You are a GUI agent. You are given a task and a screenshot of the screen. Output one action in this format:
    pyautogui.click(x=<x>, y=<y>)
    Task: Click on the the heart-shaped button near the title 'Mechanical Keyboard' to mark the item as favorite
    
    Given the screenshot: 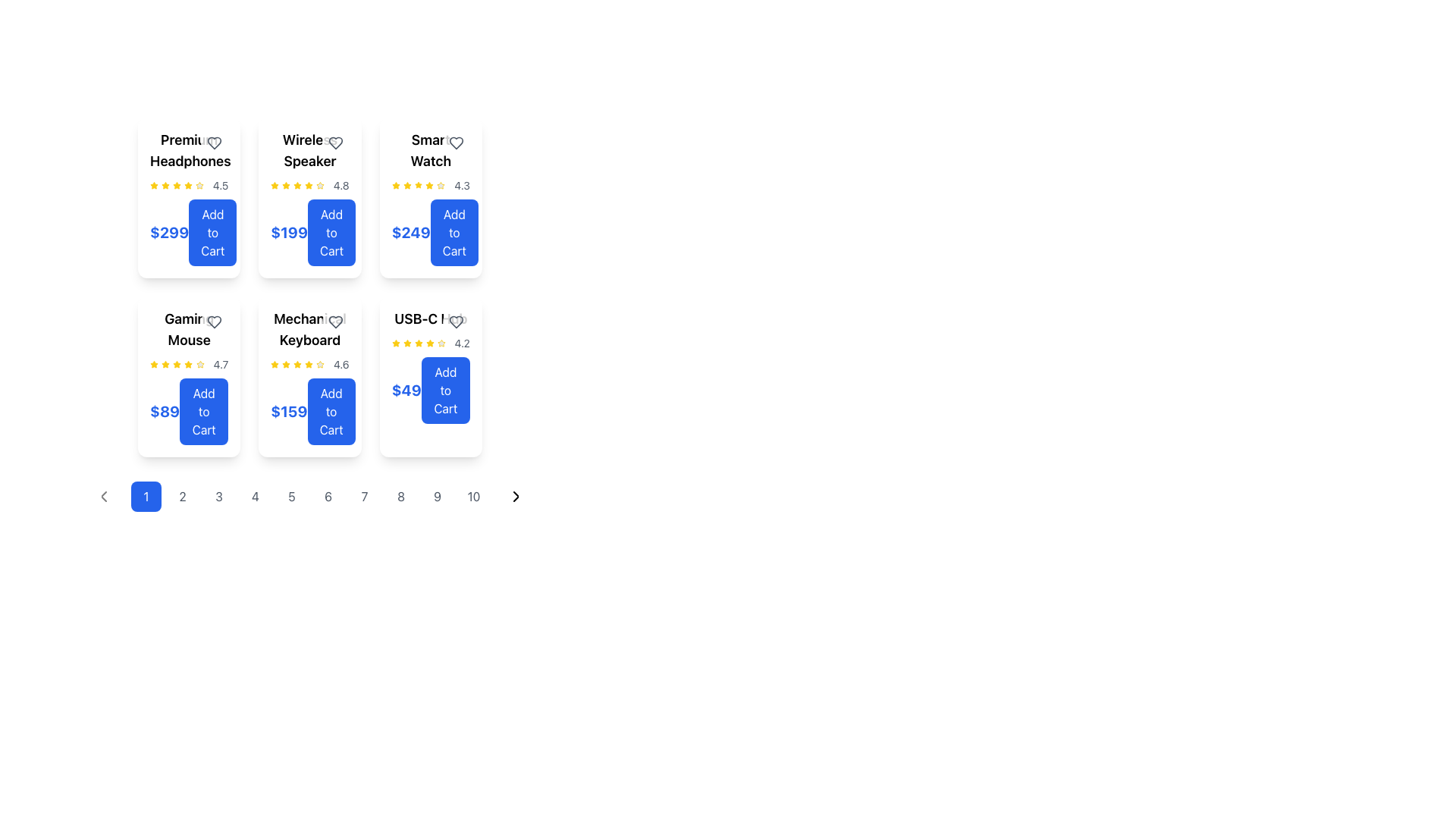 What is the action you would take?
    pyautogui.click(x=334, y=321)
    